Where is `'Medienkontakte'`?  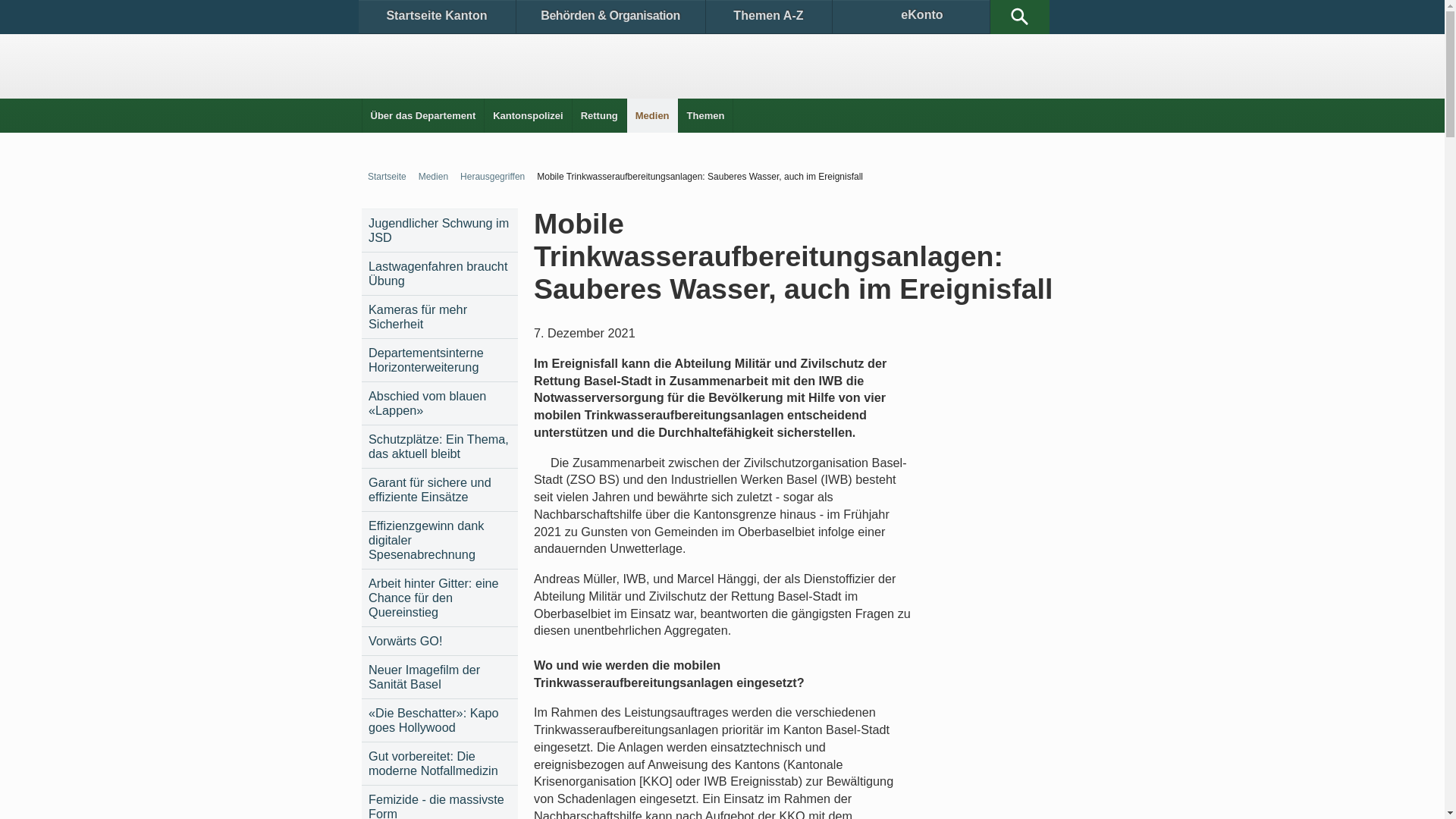
'Medienkontakte' is located at coordinates (701, 46).